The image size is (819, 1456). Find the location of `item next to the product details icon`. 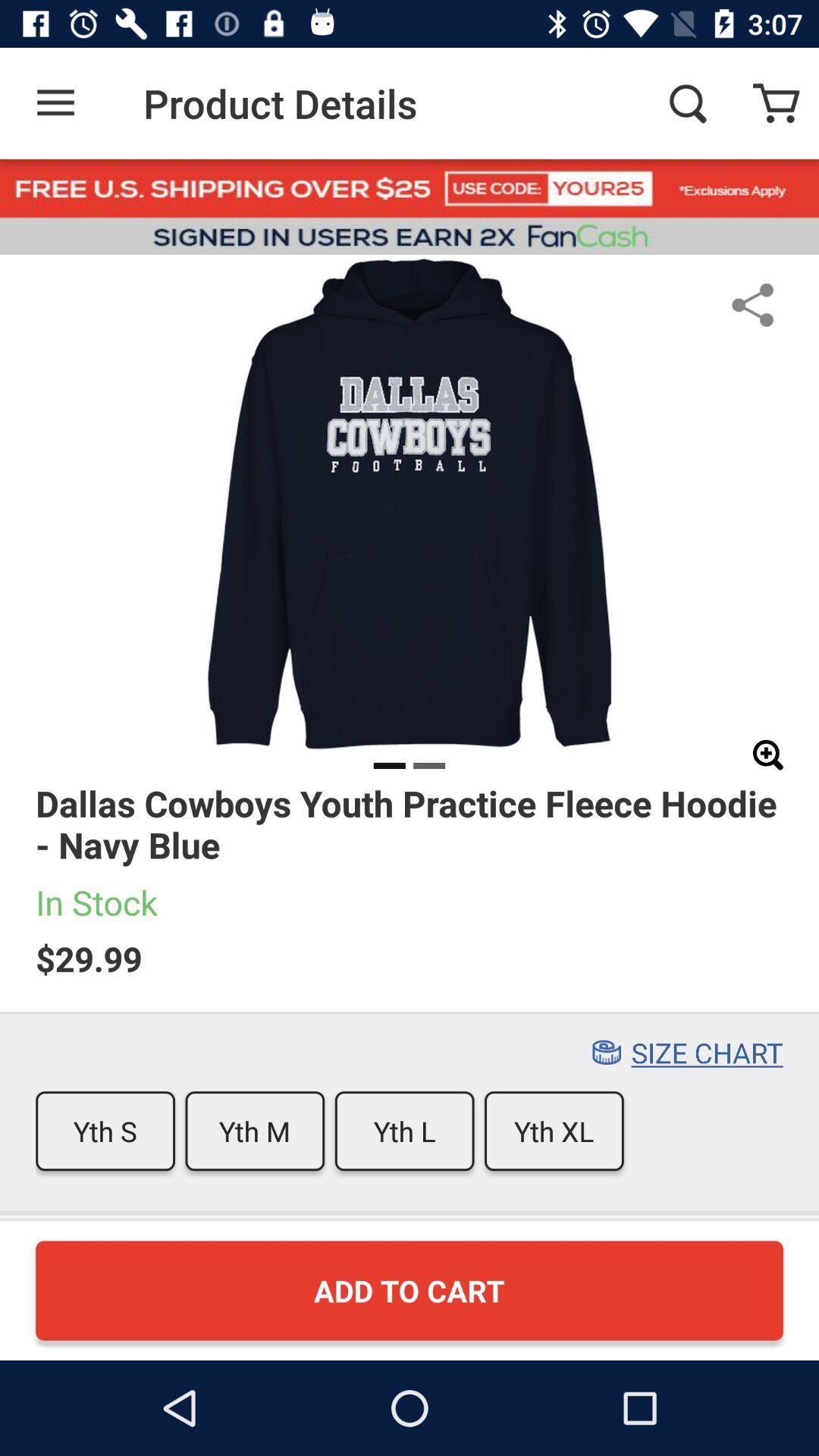

item next to the product details icon is located at coordinates (55, 102).